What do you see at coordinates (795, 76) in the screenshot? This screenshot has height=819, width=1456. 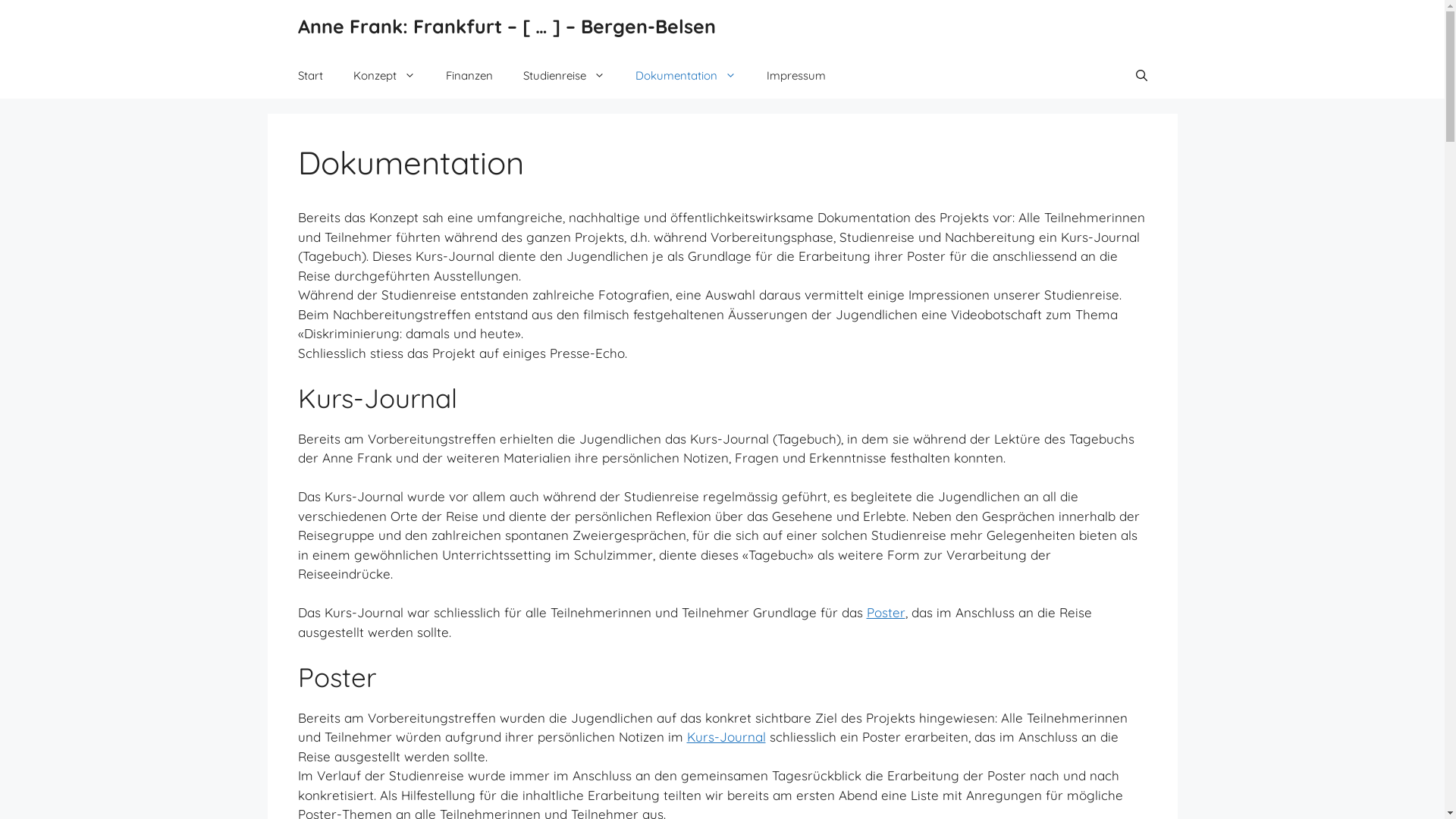 I see `'Impressum'` at bounding box center [795, 76].